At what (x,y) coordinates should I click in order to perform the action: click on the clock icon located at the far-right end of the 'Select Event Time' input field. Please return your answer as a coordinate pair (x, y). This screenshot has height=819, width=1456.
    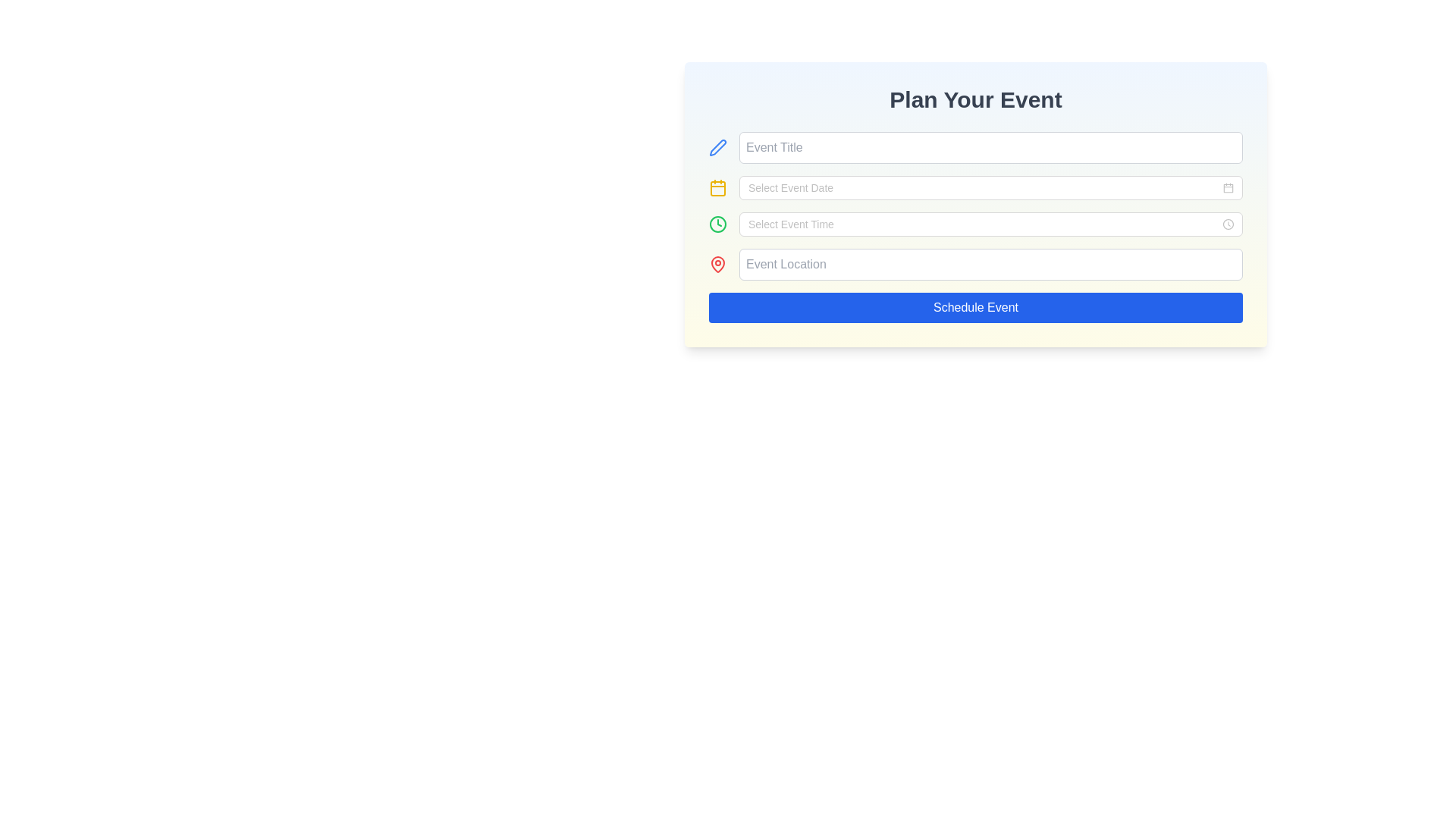
    Looking at the image, I should click on (1228, 224).